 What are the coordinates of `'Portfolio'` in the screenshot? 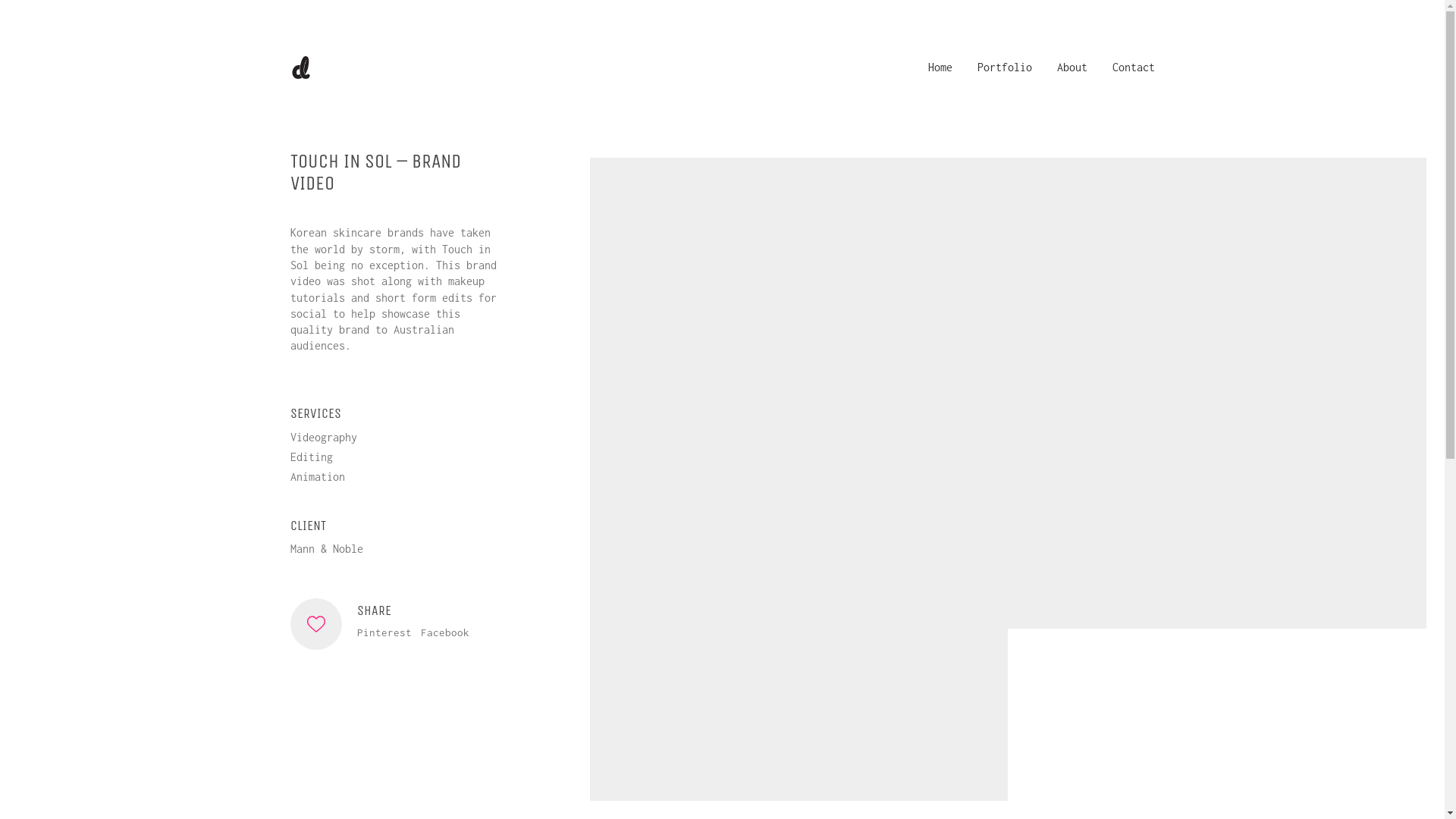 It's located at (1004, 66).